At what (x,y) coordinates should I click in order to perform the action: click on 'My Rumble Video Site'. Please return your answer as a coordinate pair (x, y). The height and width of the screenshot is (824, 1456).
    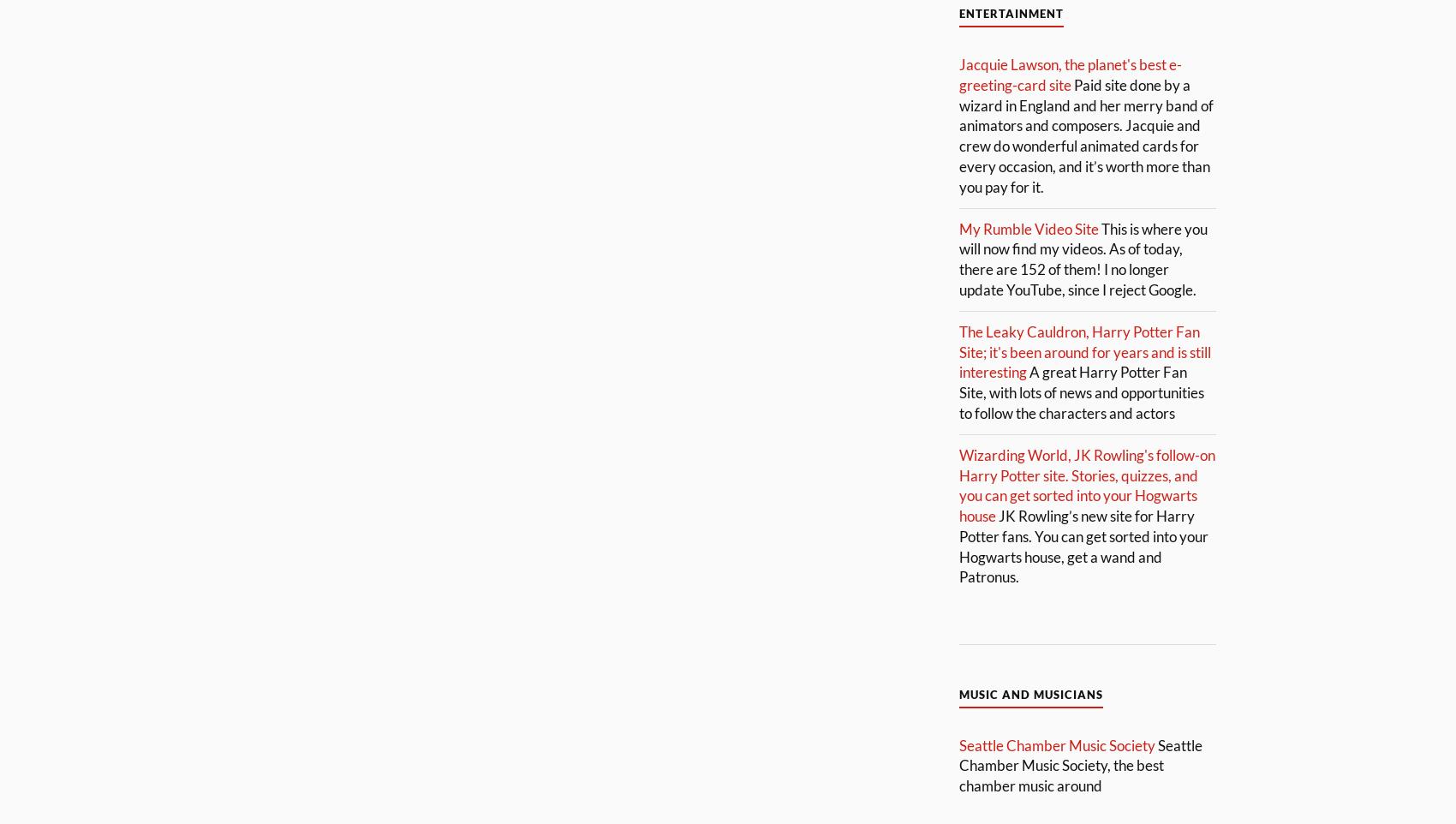
    Looking at the image, I should click on (958, 228).